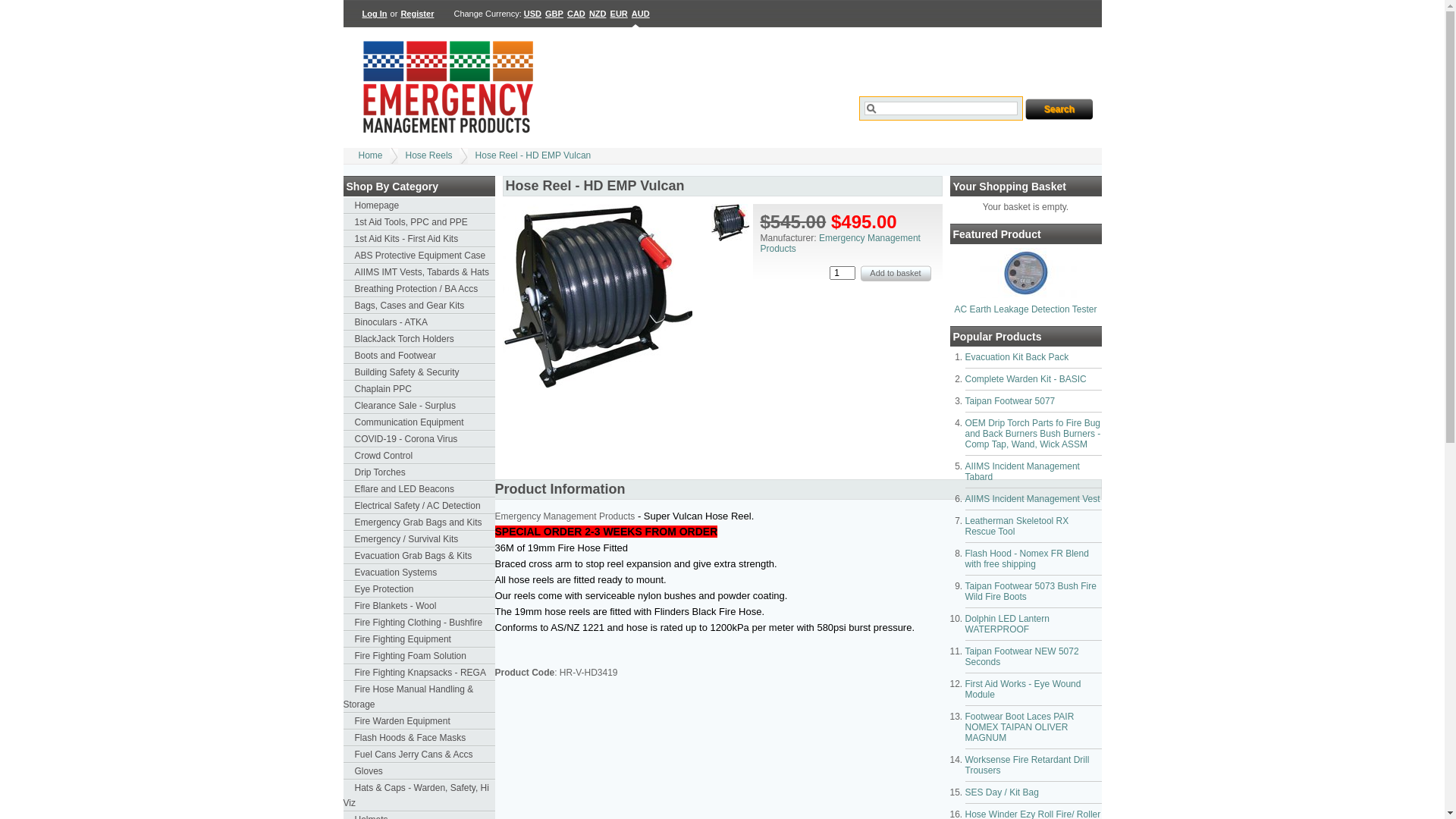 The width and height of the screenshot is (1456, 819). What do you see at coordinates (341, 696) in the screenshot?
I see `'Fire Hose Manual Handling & Storage'` at bounding box center [341, 696].